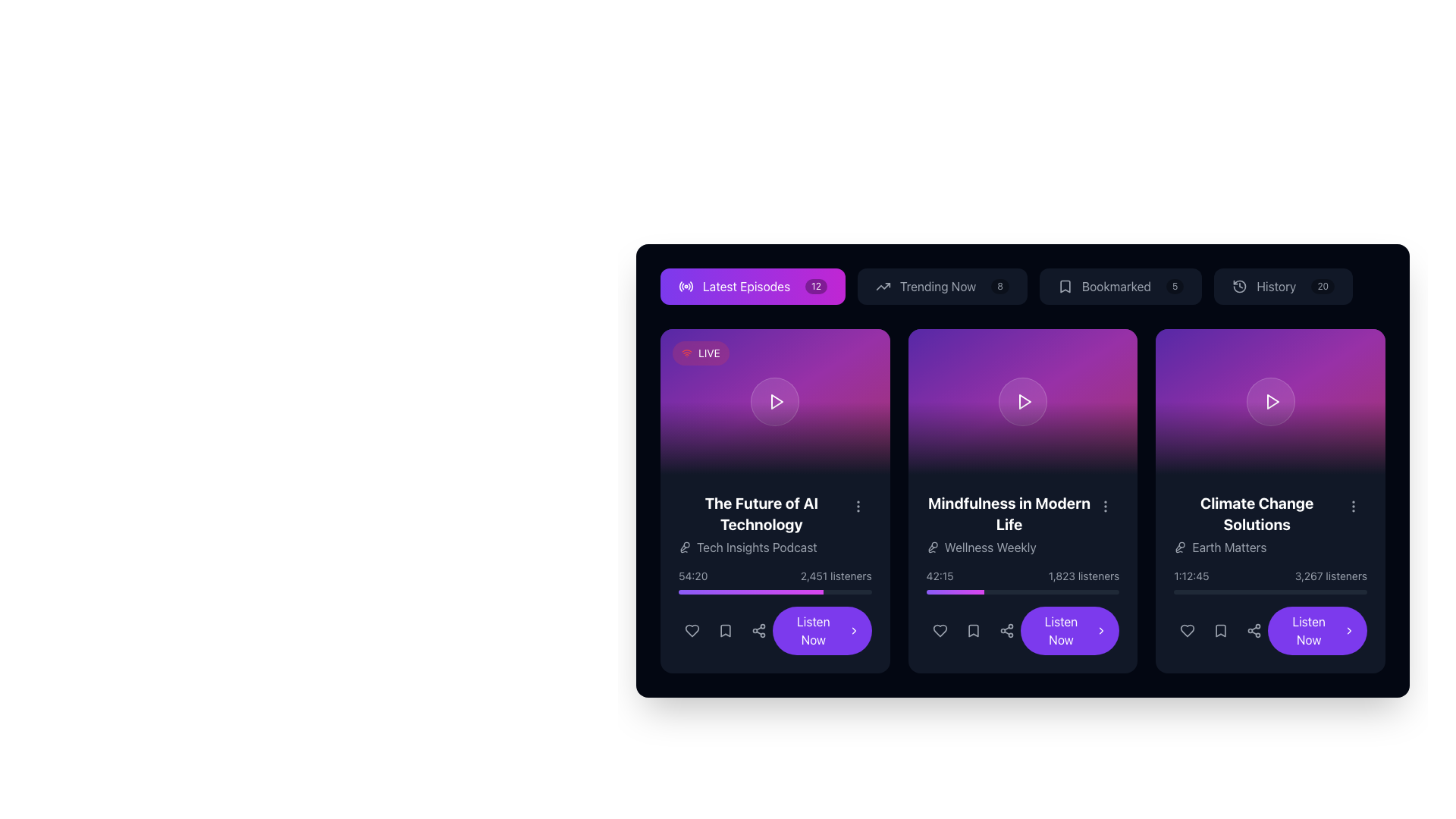 The height and width of the screenshot is (819, 1456). I want to click on the chevron icon associated with the 'Listen Now' button located at the bottom of the 'Climate Change Solutions' card, so click(1349, 631).